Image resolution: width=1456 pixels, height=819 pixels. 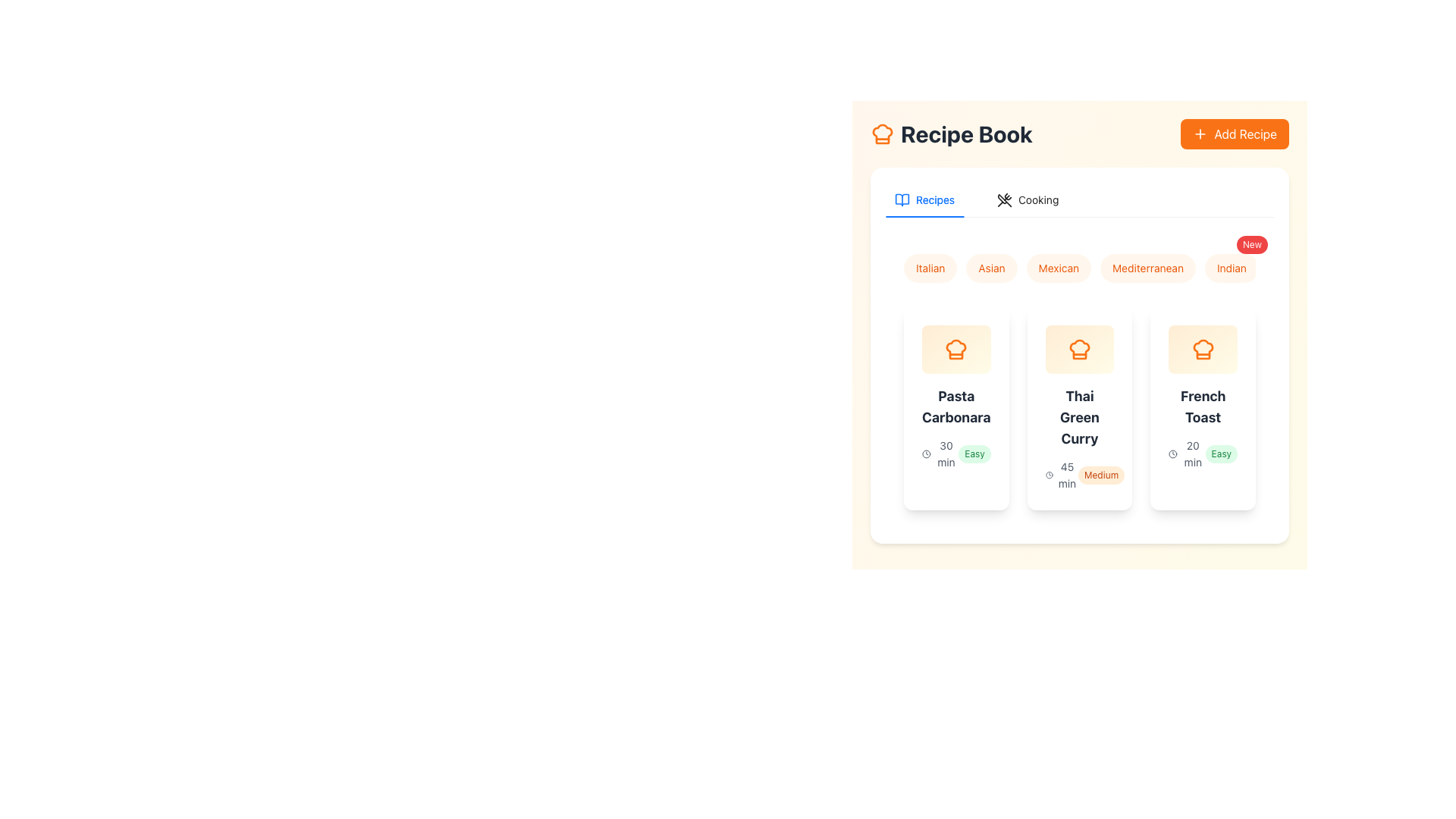 I want to click on the chef hat icon with an orange outline and a white interior, which is located to the left of the text 'Recipe Book', so click(x=882, y=133).